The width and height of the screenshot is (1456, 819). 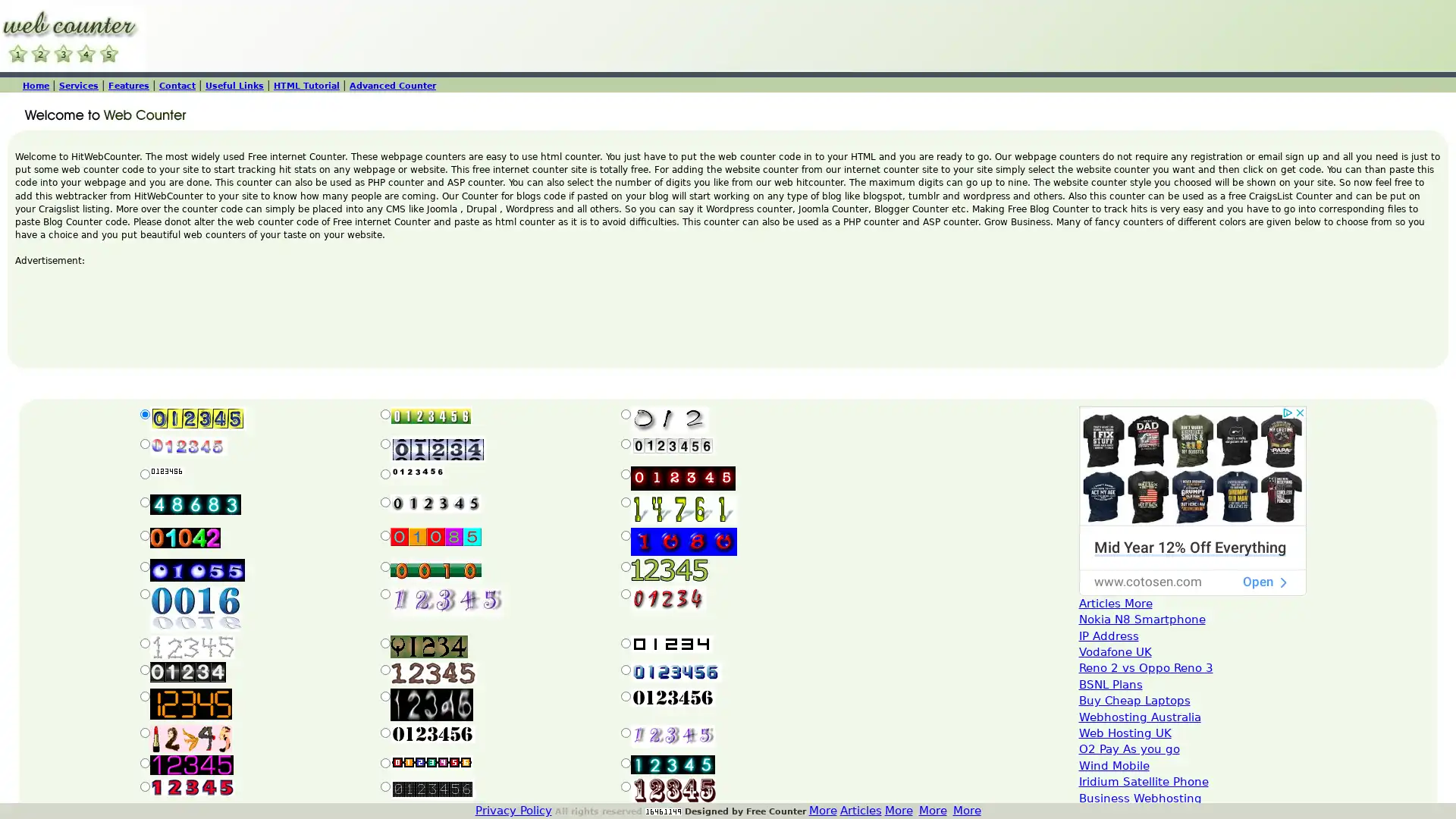 What do you see at coordinates (682, 540) in the screenshot?
I see `Submit` at bounding box center [682, 540].